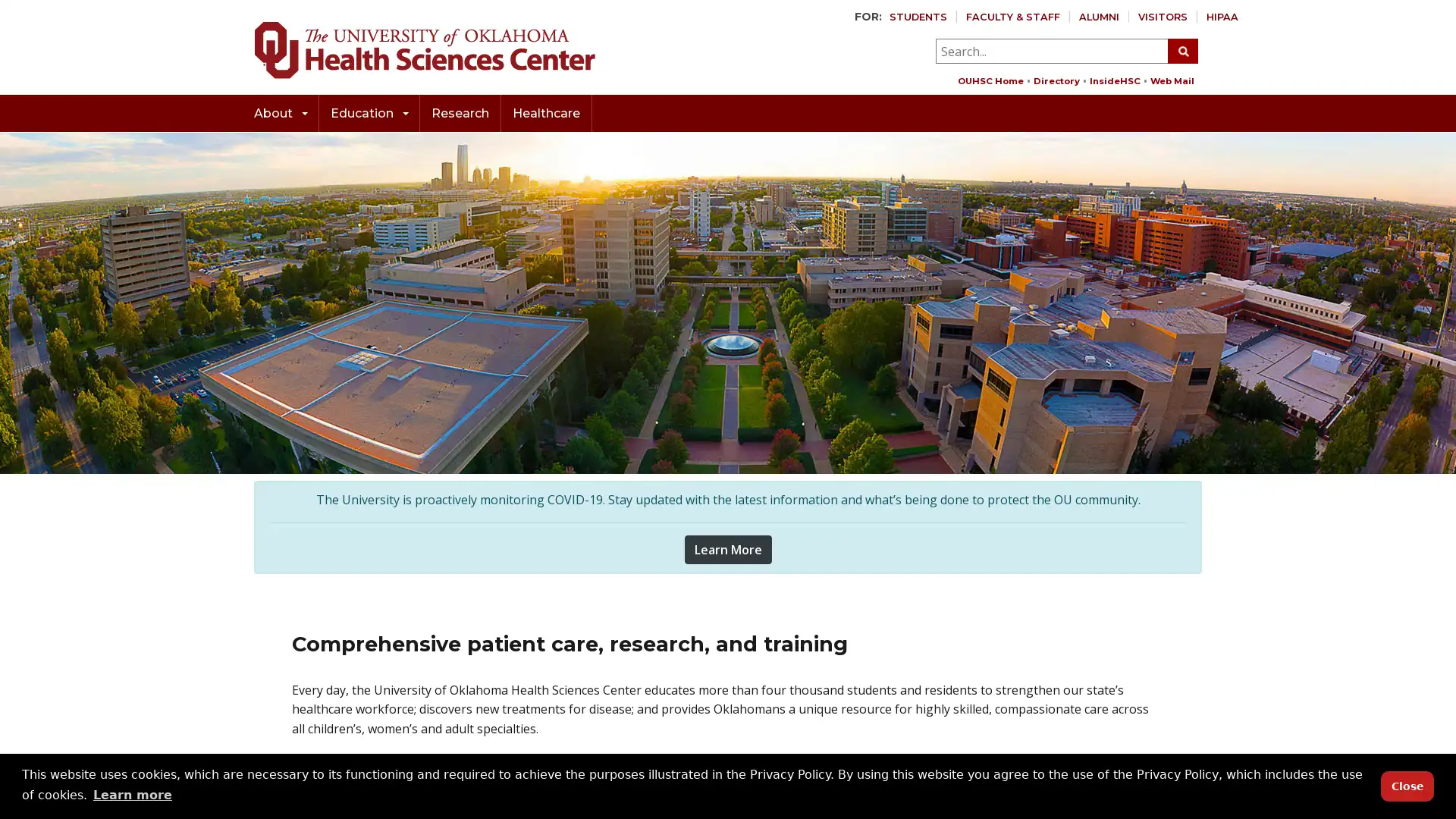  I want to click on dismiss cookie message, so click(1407, 785).